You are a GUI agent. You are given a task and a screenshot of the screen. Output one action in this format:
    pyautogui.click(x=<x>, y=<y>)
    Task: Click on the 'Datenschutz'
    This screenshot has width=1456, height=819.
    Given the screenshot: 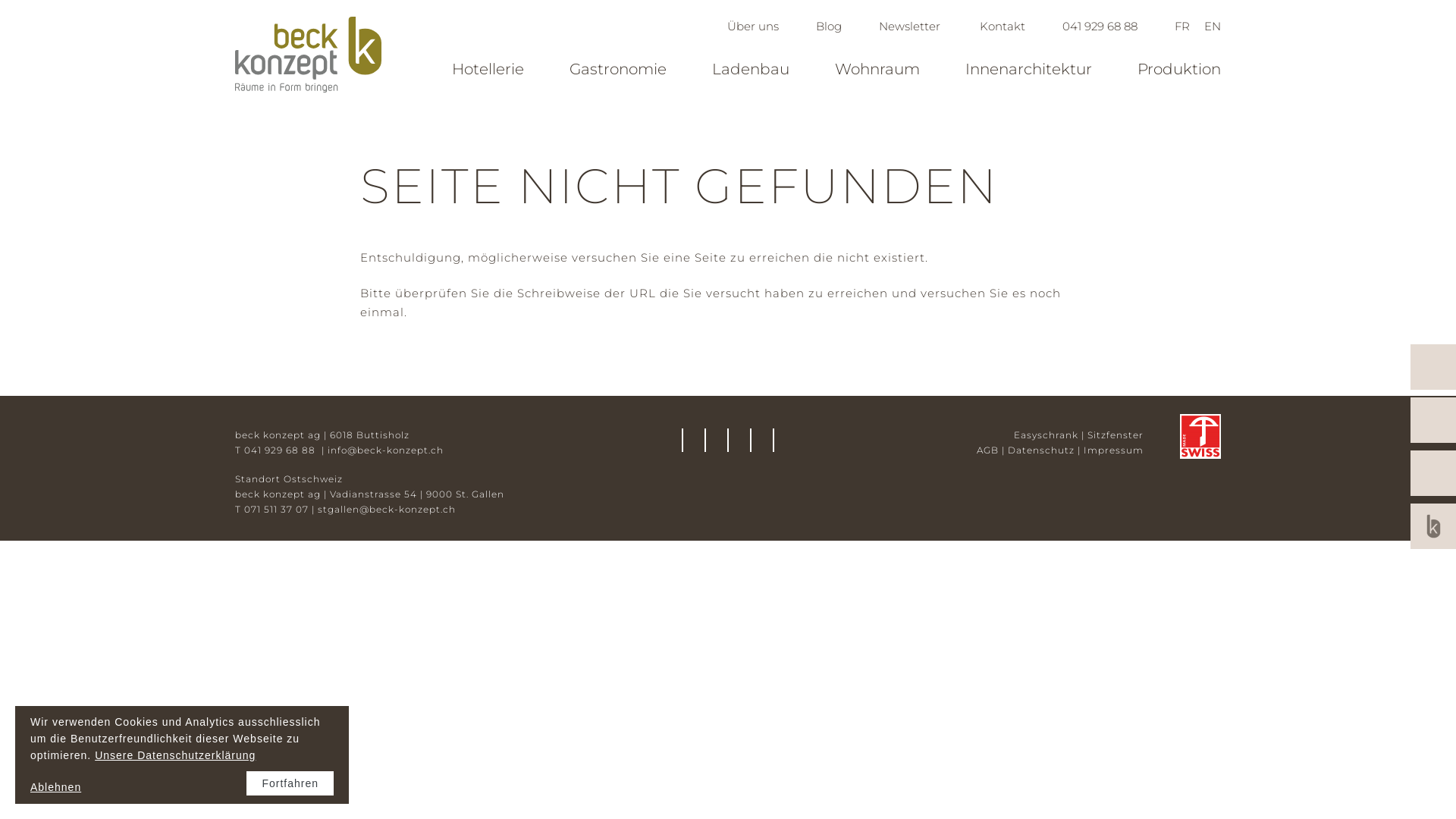 What is the action you would take?
    pyautogui.click(x=1040, y=449)
    